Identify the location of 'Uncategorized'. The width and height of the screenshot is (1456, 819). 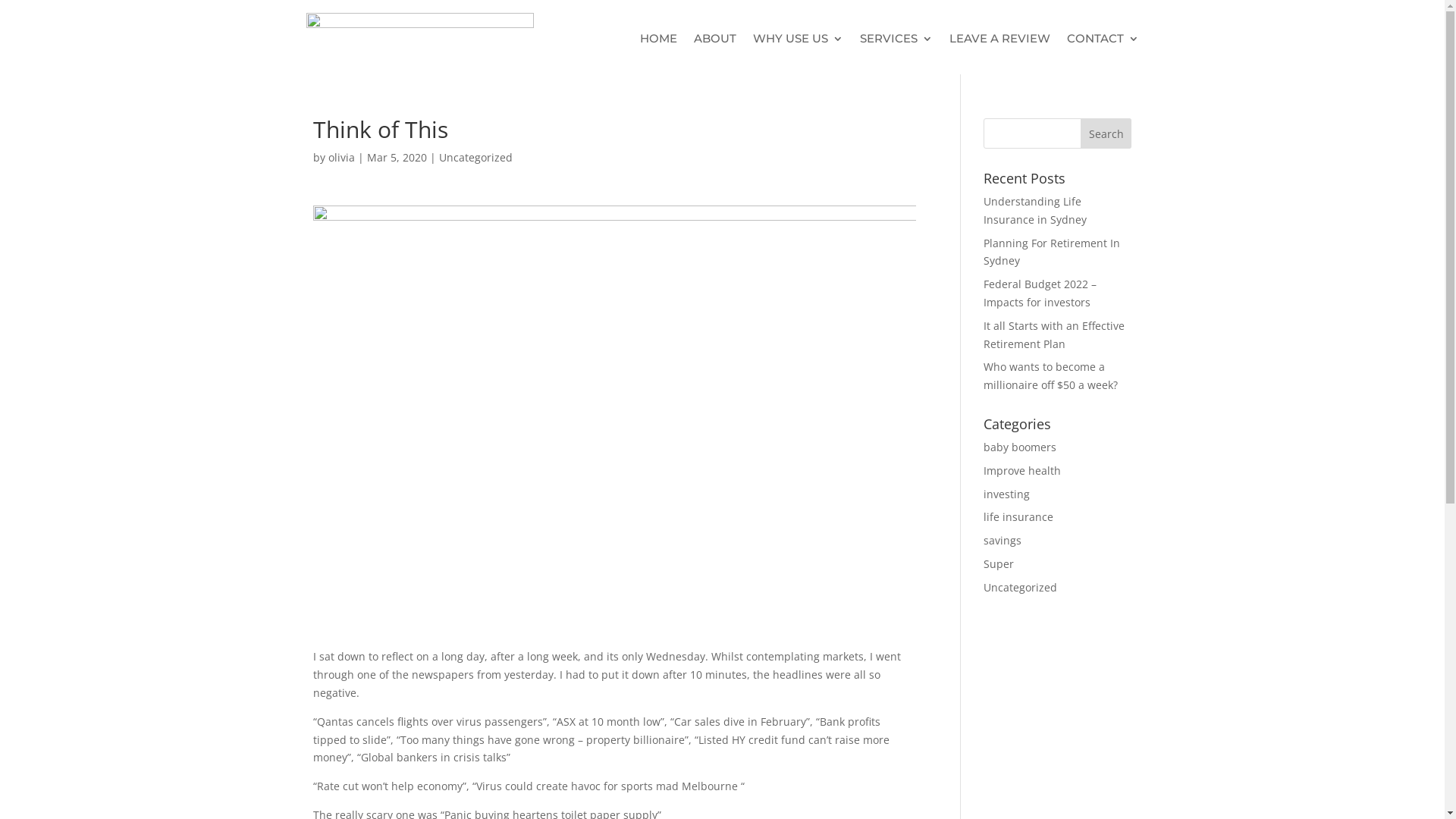
(983, 586).